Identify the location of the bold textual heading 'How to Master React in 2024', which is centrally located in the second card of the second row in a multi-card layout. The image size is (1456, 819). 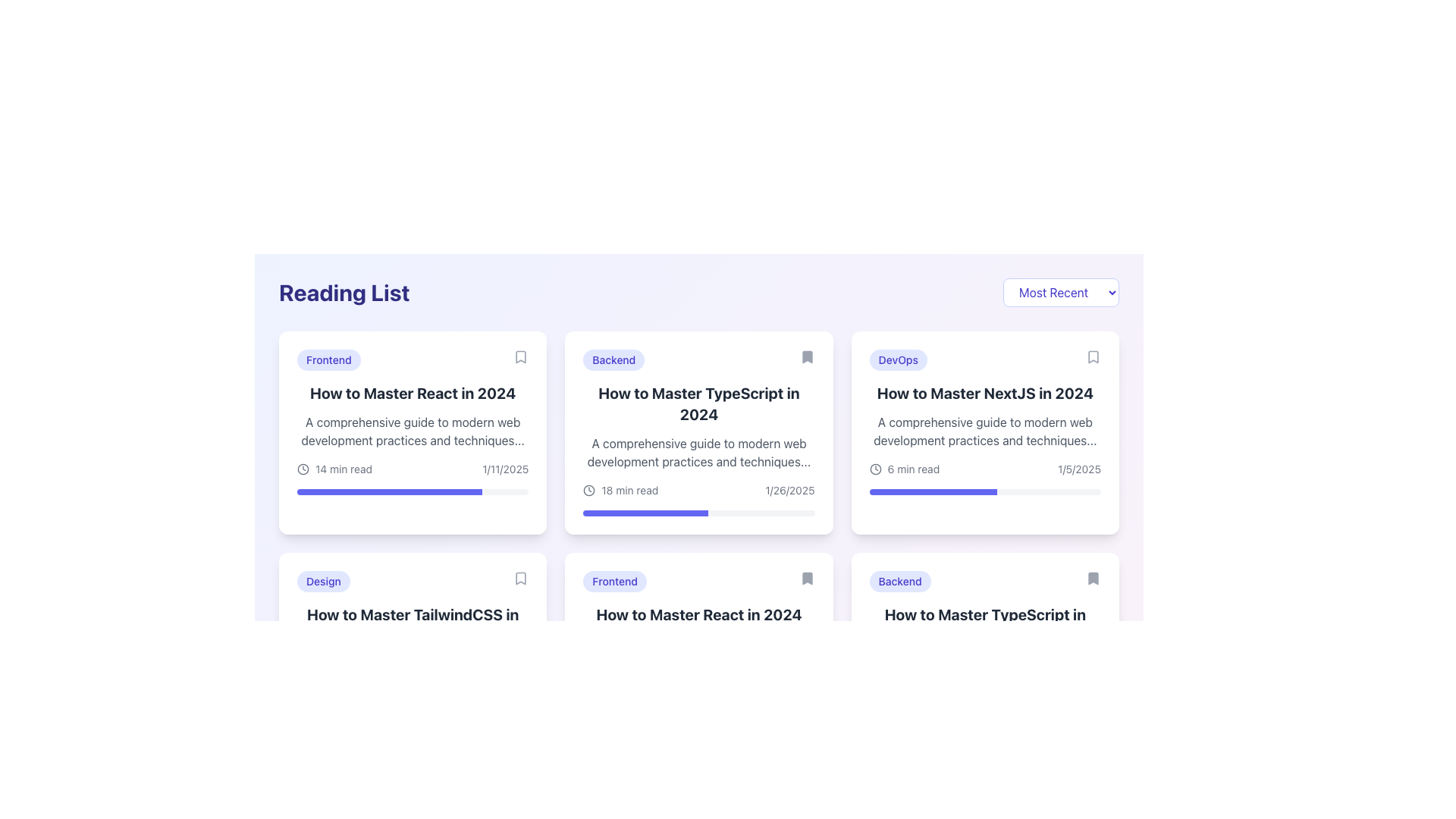
(698, 614).